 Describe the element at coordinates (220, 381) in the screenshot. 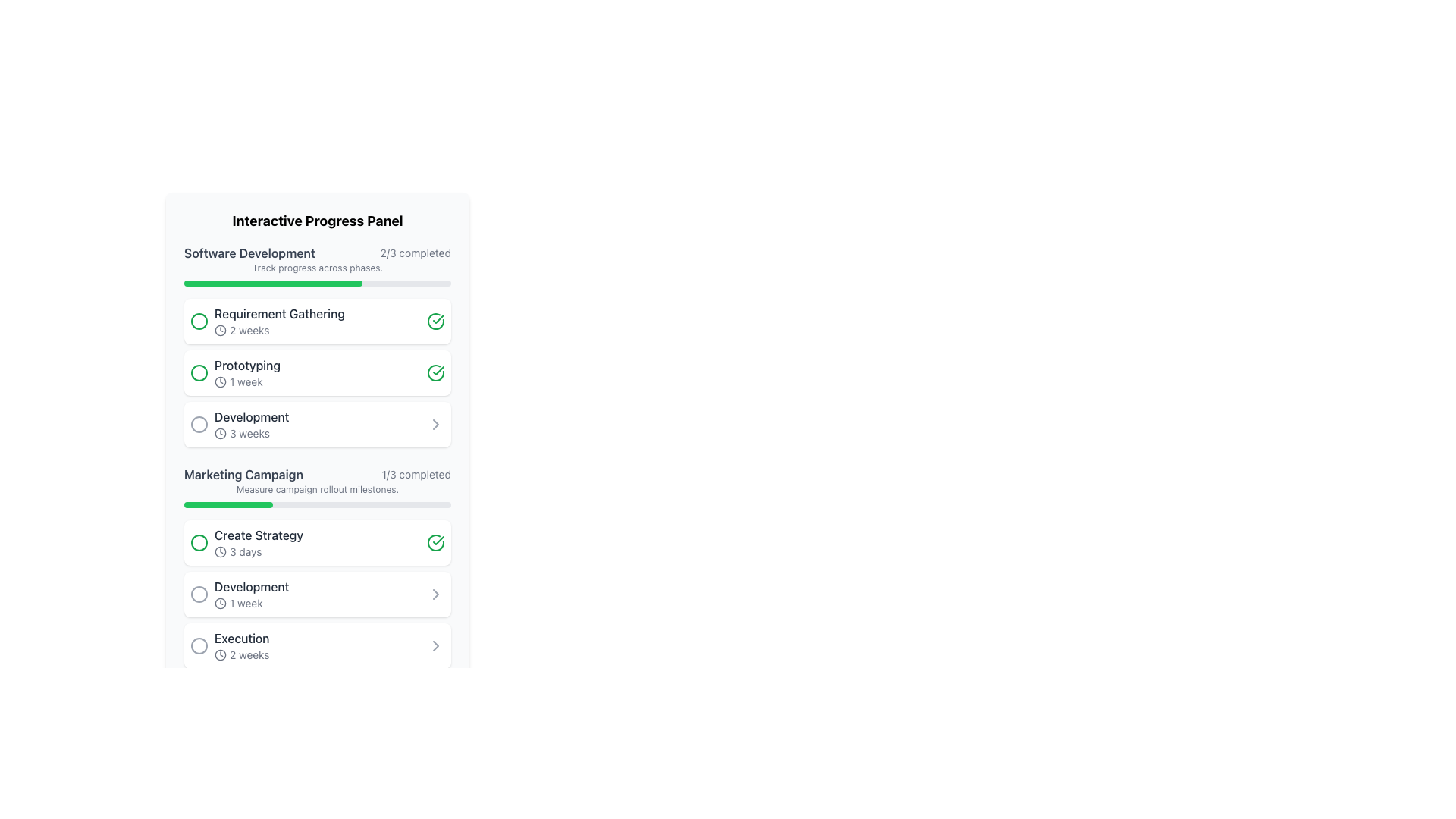

I see `the SVG Circle Element that represents the clock icon in the 'Interactive Progress Panel' under the 'Prototyping' task item in the 'Software Development' category` at that location.